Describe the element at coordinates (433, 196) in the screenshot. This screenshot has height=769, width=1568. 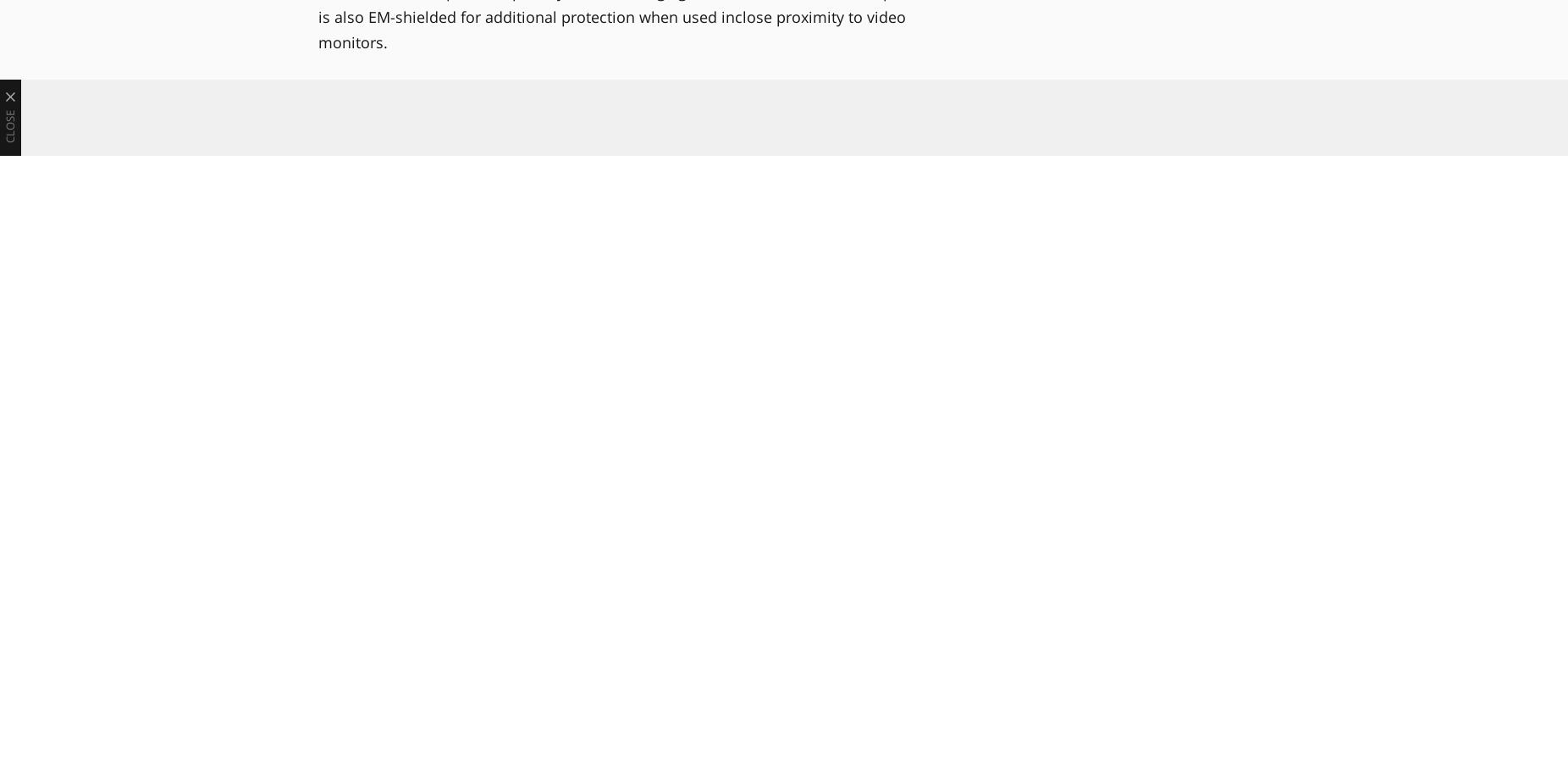
I see `'For more, visit Genelec online at'` at that location.